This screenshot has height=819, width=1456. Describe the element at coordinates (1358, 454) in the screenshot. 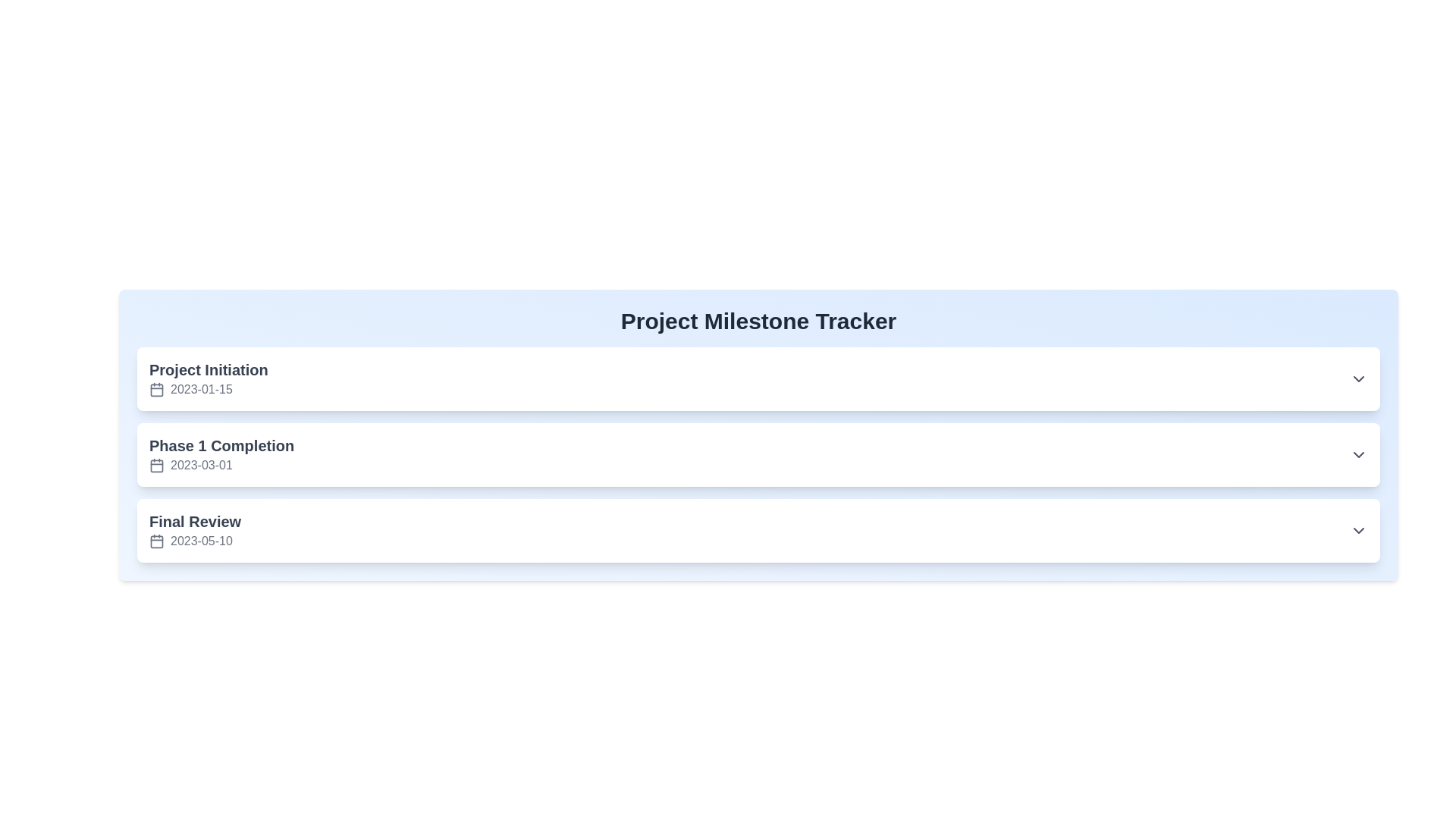

I see `the downward-facing chevron icon of the Dropdown toggle button located on the right-hand side of the list item for 'Phase 1 Completion' to change its appearance` at that location.